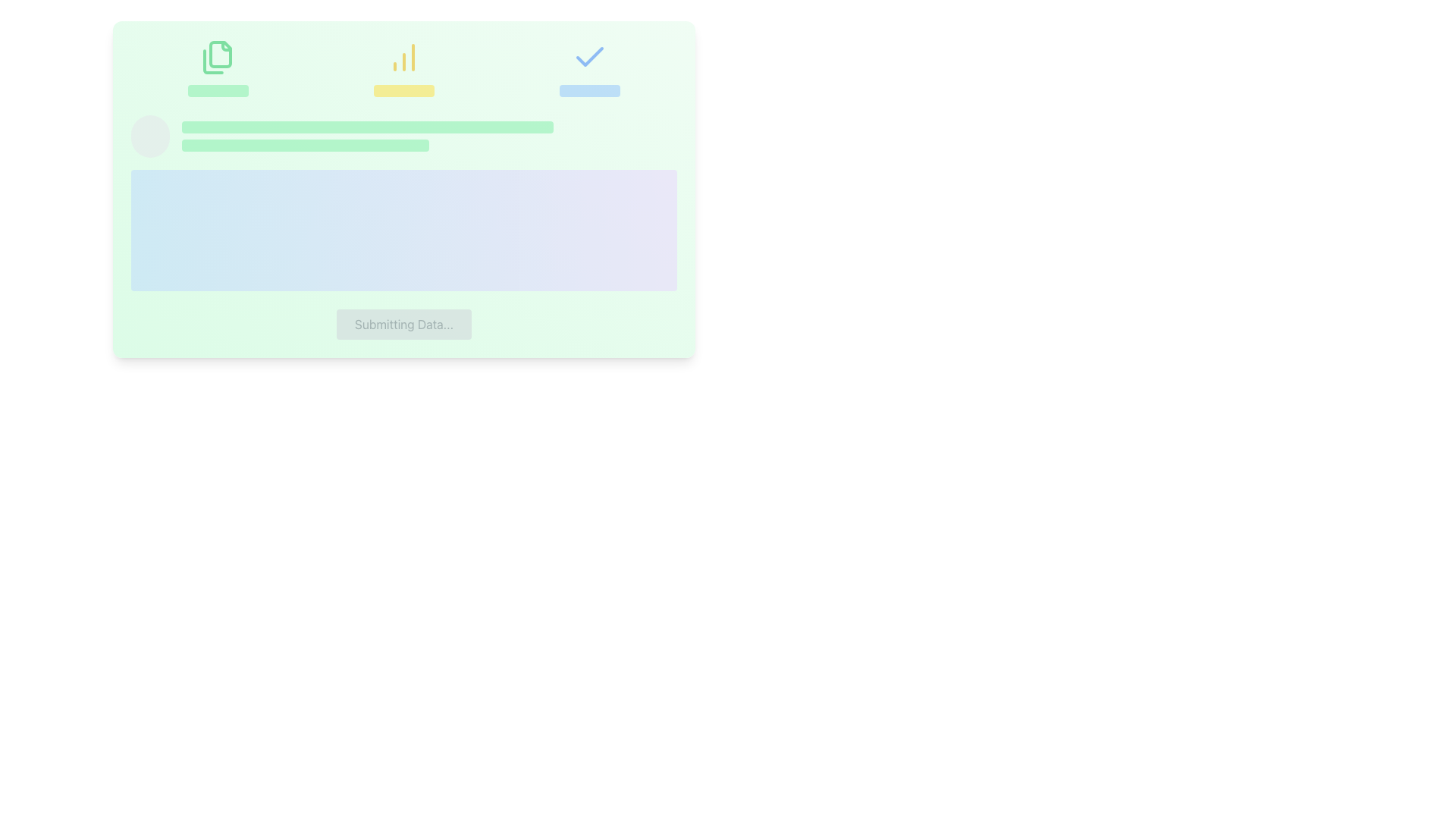 The image size is (1456, 819). Describe the element at coordinates (225, 45) in the screenshot. I see `the top-right segment of the SVG icon representing a document by clicking on the entire icon area` at that location.